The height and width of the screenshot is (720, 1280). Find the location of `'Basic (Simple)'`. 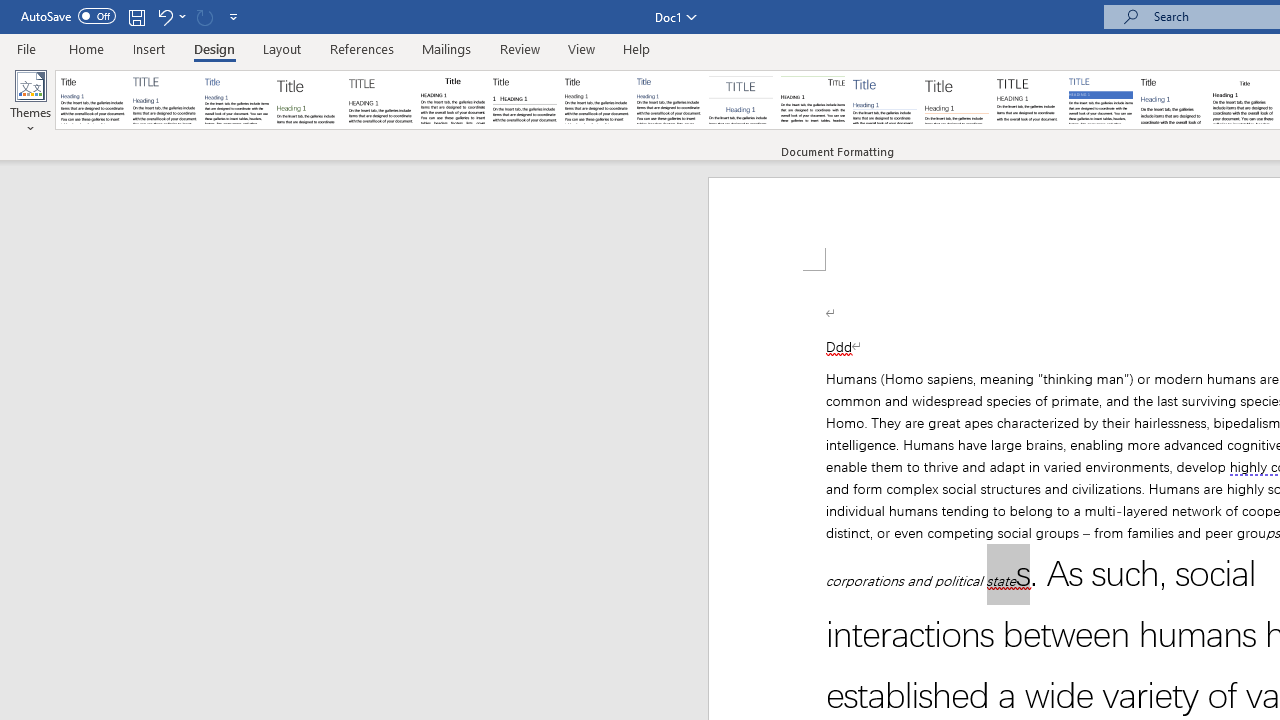

'Basic (Simple)' is located at coordinates (236, 100).